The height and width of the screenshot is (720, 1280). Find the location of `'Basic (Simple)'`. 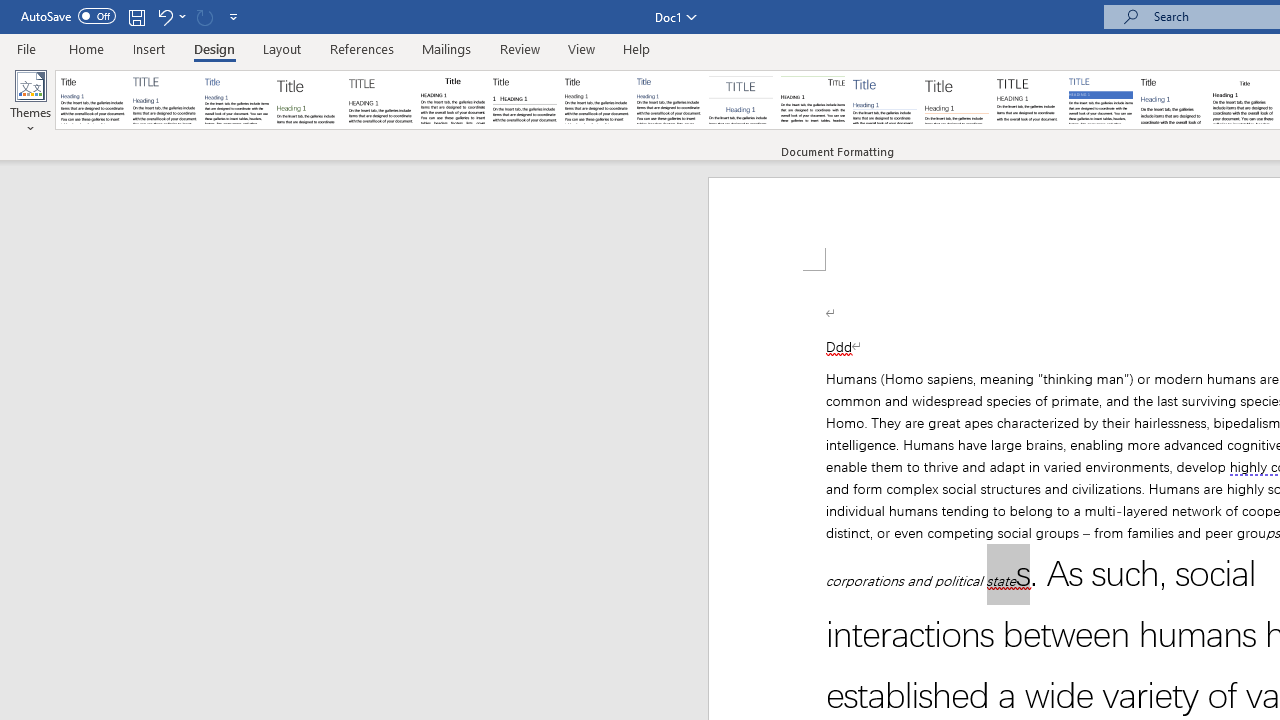

'Basic (Simple)' is located at coordinates (236, 100).